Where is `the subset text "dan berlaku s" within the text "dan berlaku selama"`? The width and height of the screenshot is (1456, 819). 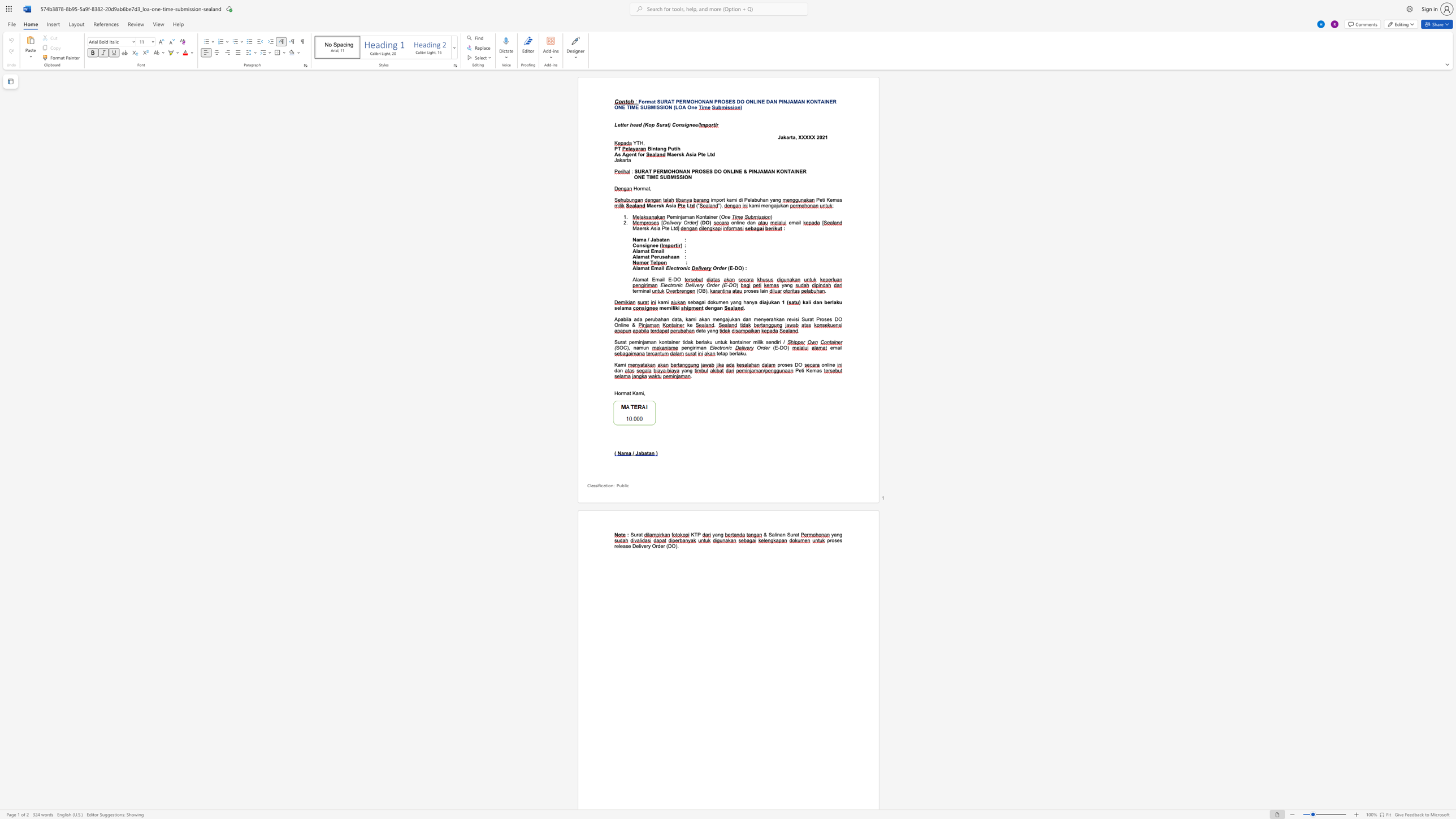 the subset text "dan berlaku s" within the text "dan berlaku selama" is located at coordinates (813, 302).